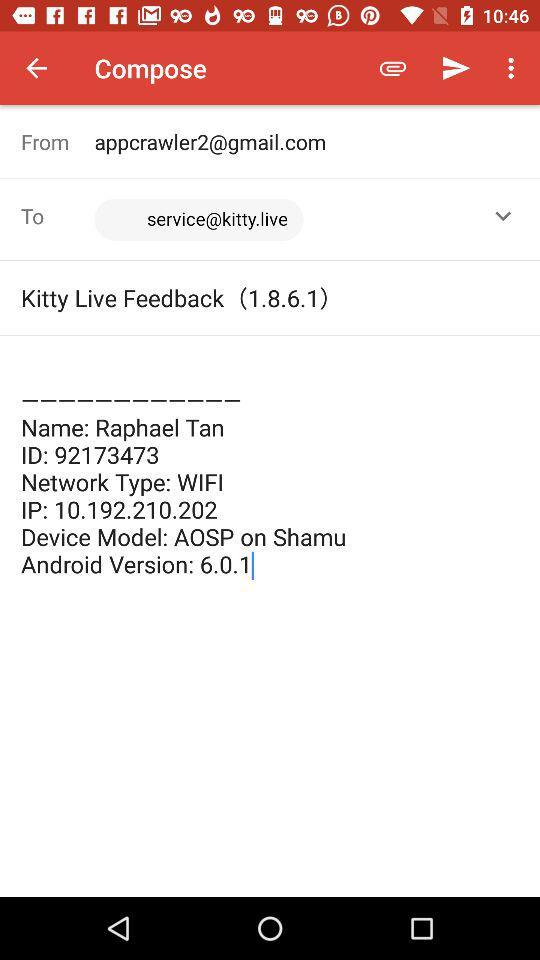 The image size is (540, 960). What do you see at coordinates (57, 216) in the screenshot?
I see `the icon next to the <service@kitty.live>,` at bounding box center [57, 216].